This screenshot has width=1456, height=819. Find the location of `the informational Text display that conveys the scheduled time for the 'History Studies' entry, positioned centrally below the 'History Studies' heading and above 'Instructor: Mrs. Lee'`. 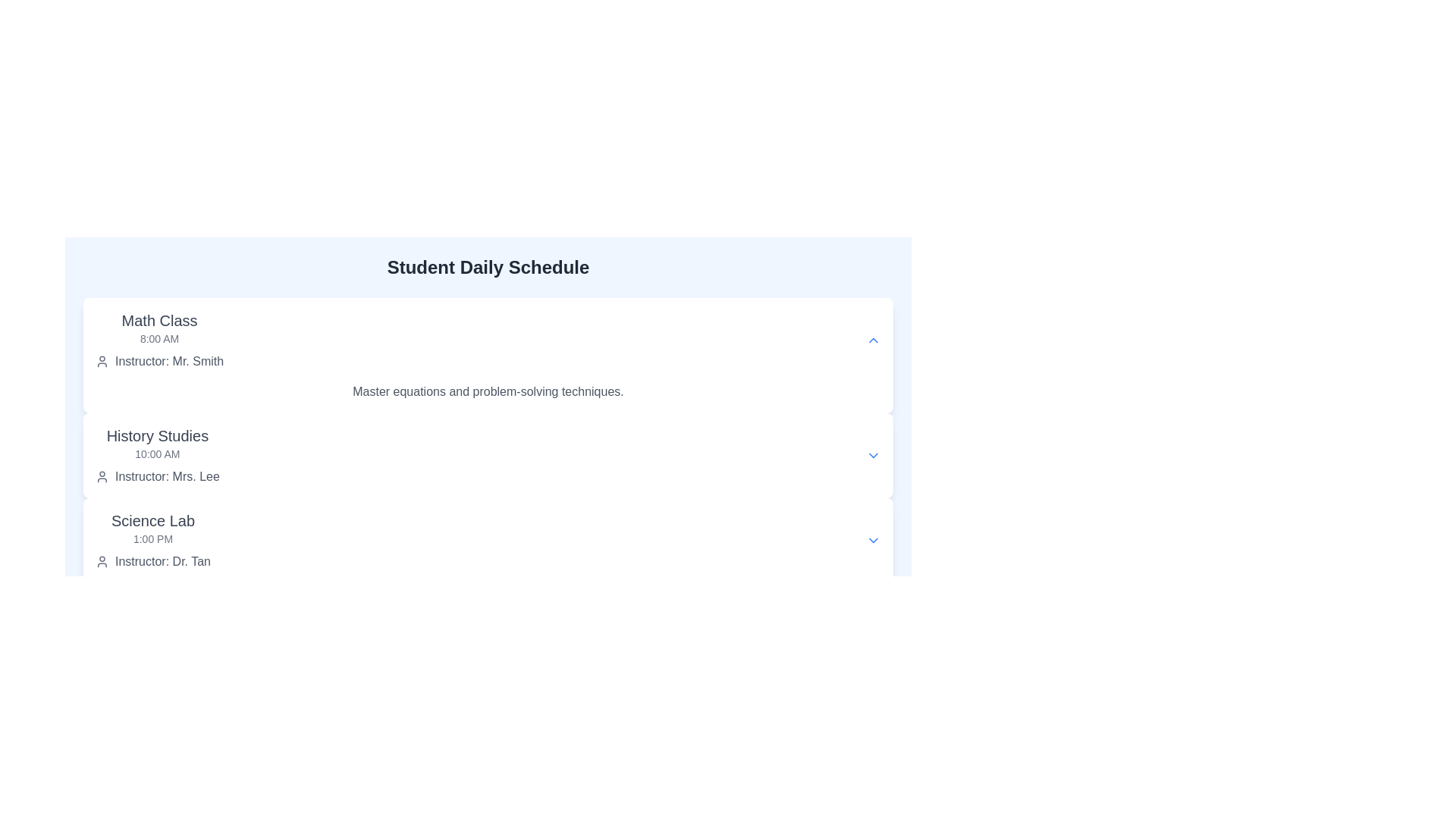

the informational Text display that conveys the scheduled time for the 'History Studies' entry, positioned centrally below the 'History Studies' heading and above 'Instructor: Mrs. Lee' is located at coordinates (157, 453).